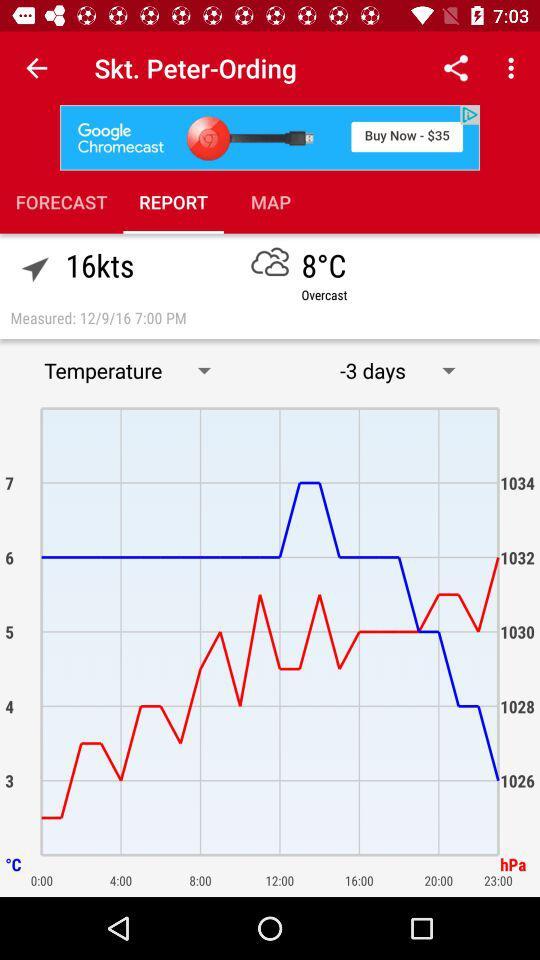  What do you see at coordinates (270, 136) in the screenshot?
I see `advertisement` at bounding box center [270, 136].